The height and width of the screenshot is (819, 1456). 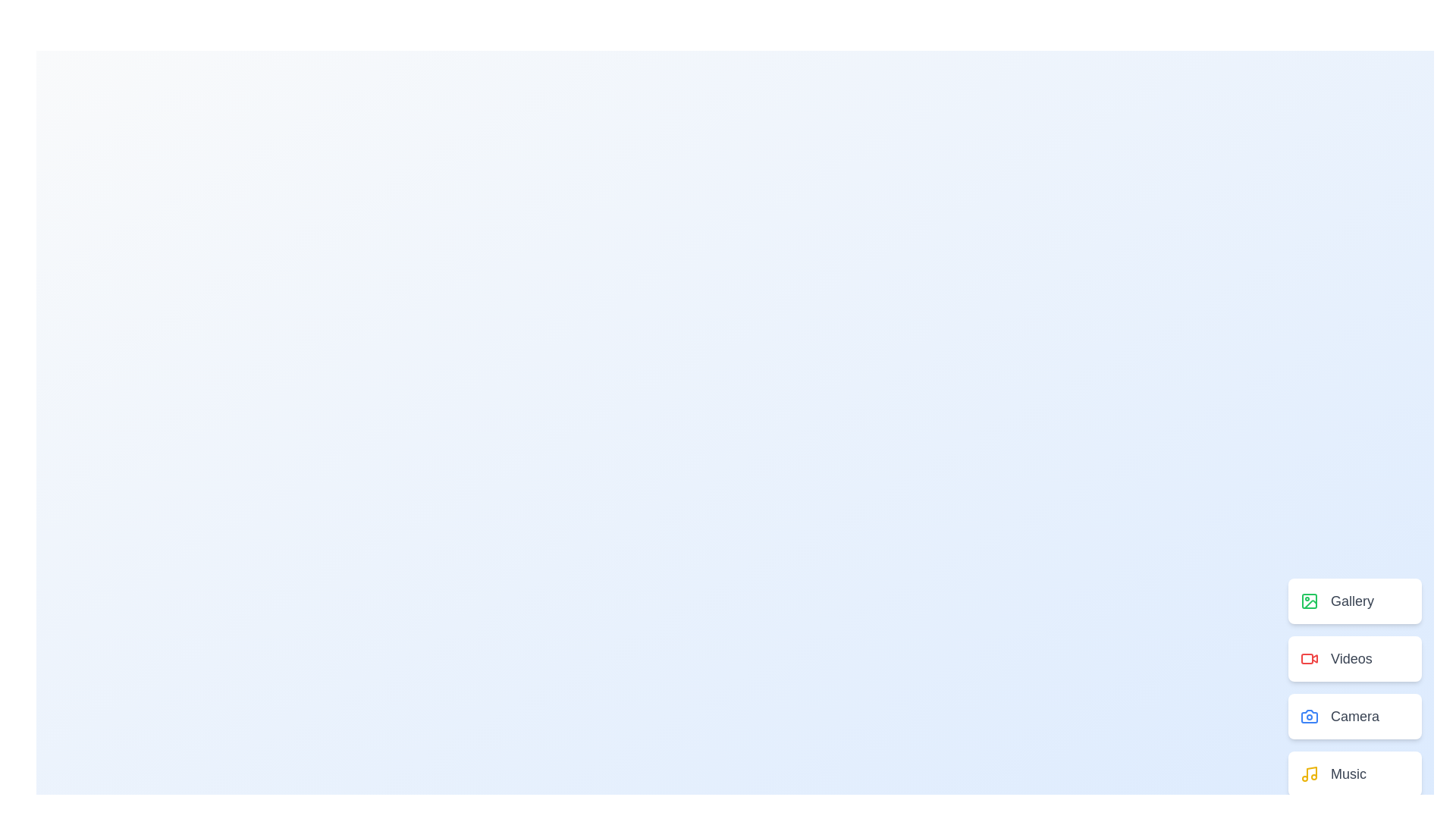 What do you see at coordinates (1354, 601) in the screenshot?
I see `the menu option labeled Gallery` at bounding box center [1354, 601].